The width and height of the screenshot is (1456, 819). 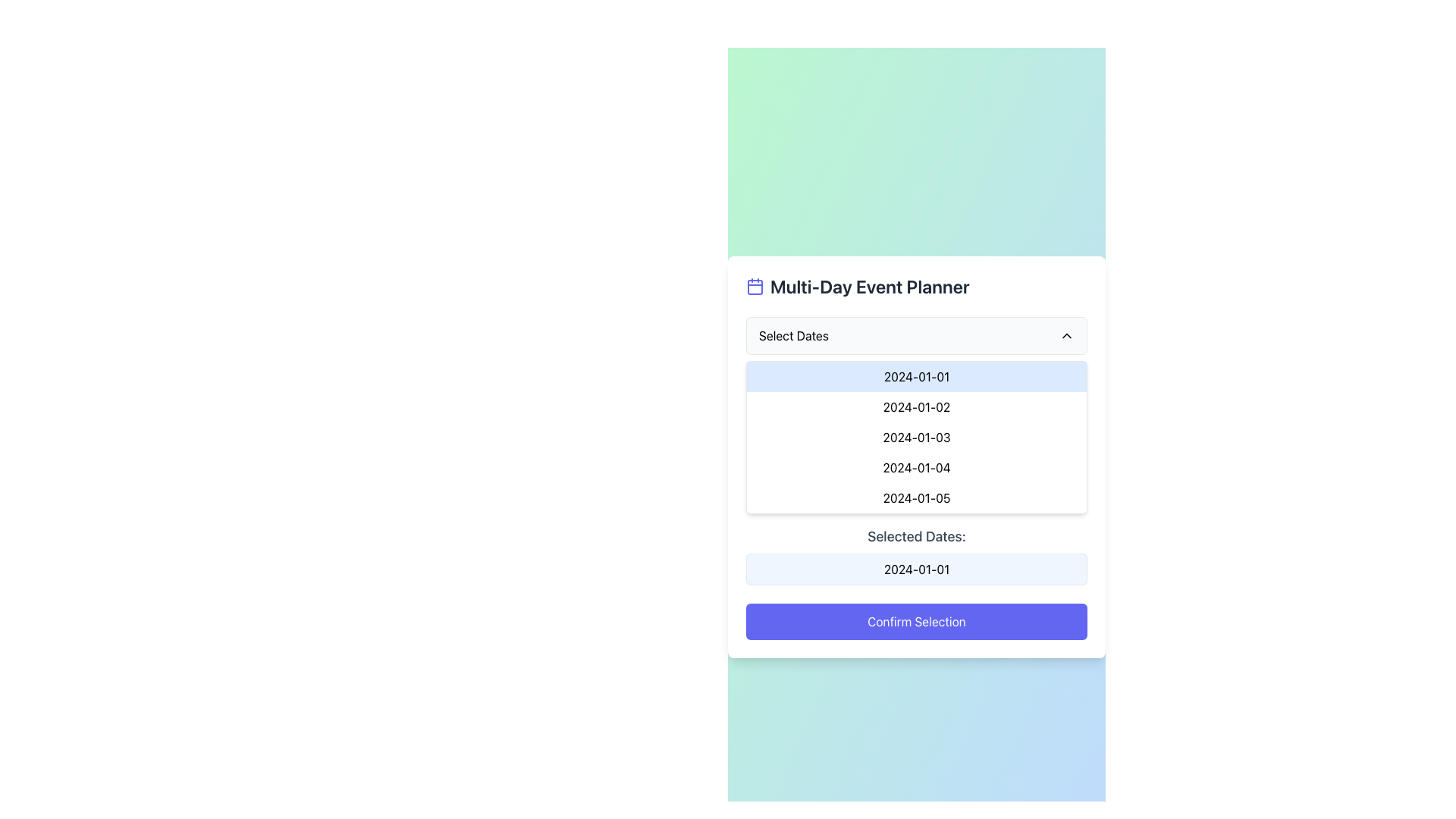 I want to click on the label that describes the selected date, which is located directly above the displayed date value '2024-01-01', so click(x=916, y=536).